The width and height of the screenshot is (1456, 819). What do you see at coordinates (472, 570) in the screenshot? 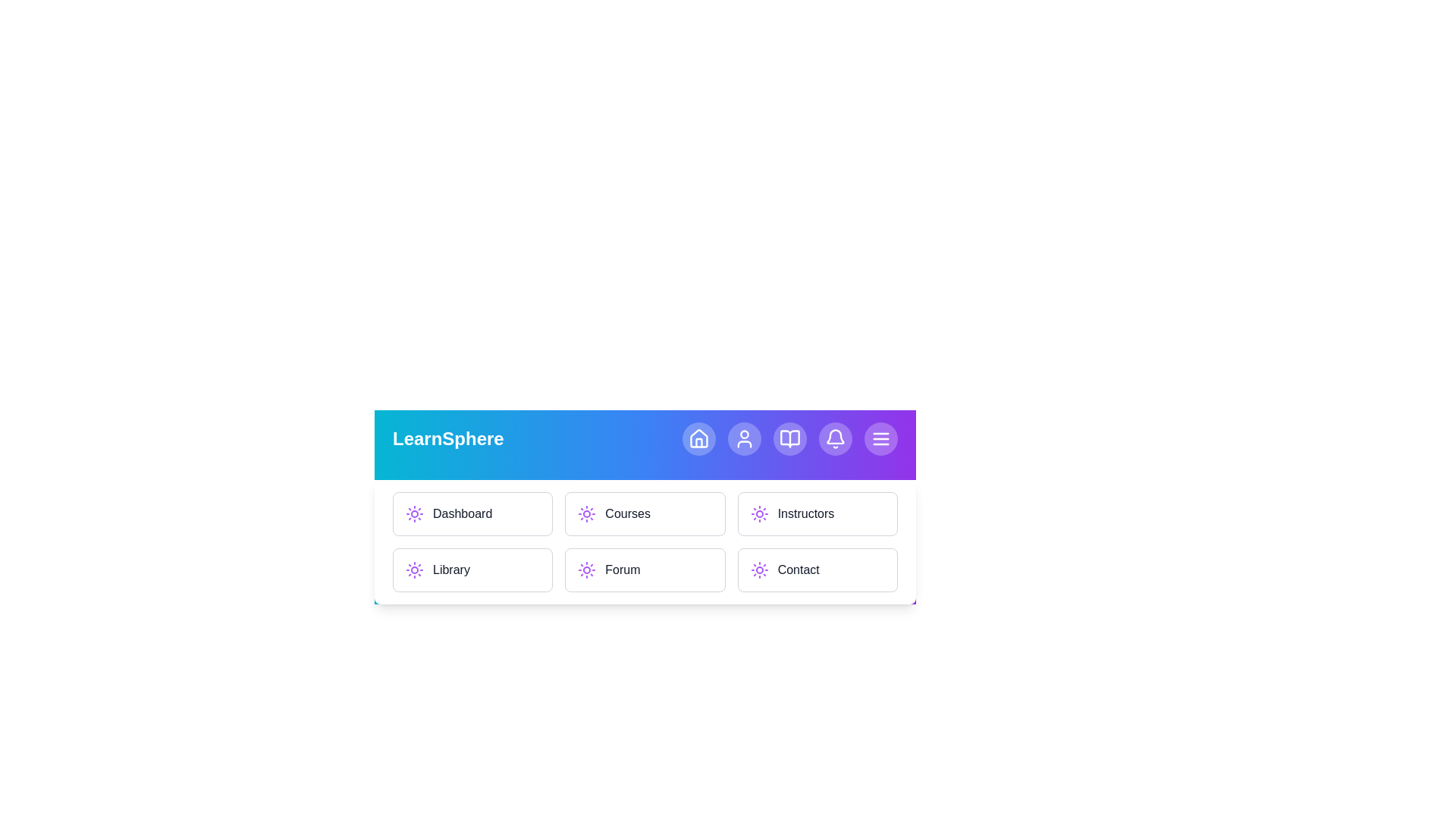
I see `the menu item Library to navigate to the corresponding section` at bounding box center [472, 570].